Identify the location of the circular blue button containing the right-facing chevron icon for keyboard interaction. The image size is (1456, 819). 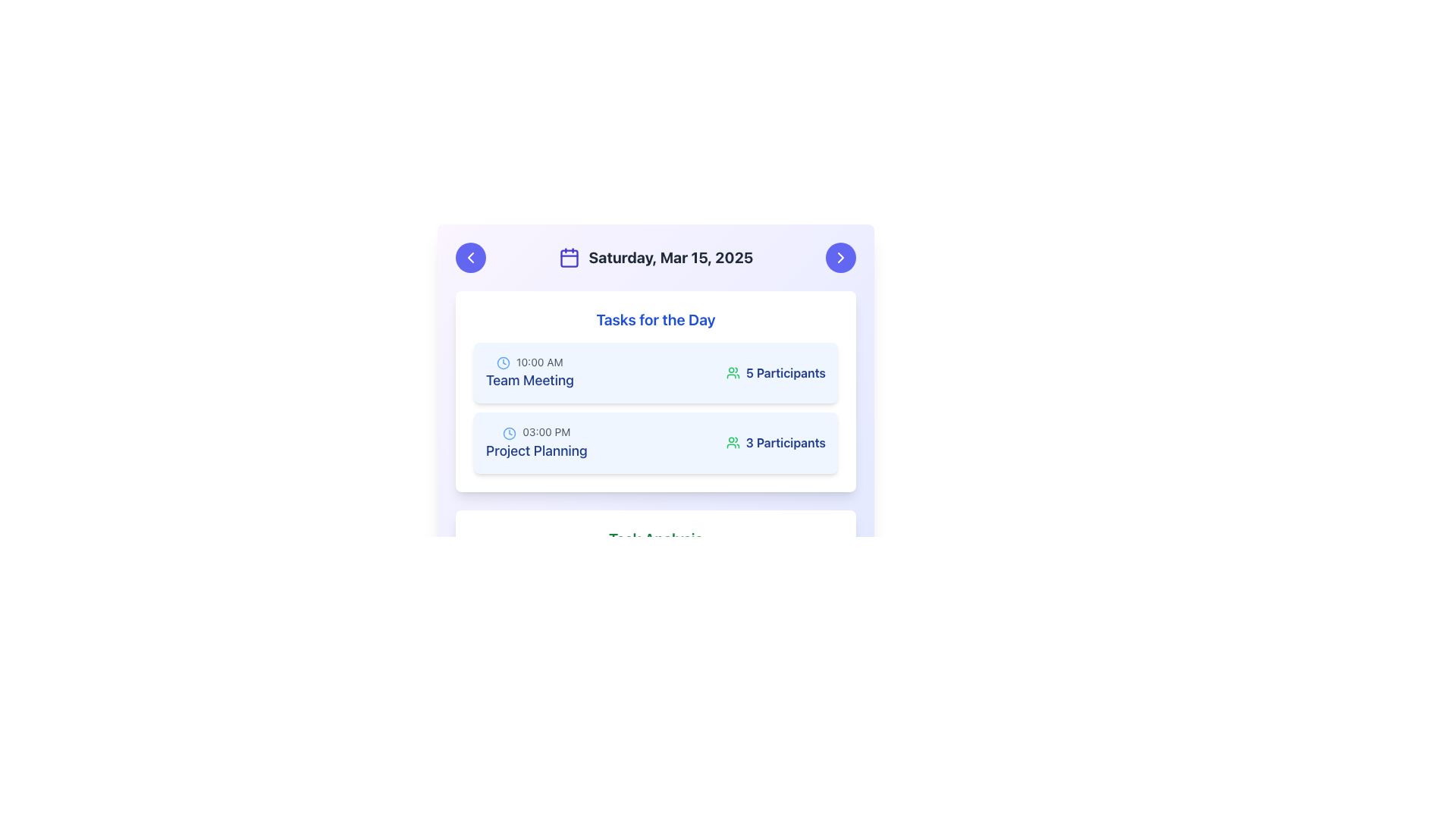
(839, 256).